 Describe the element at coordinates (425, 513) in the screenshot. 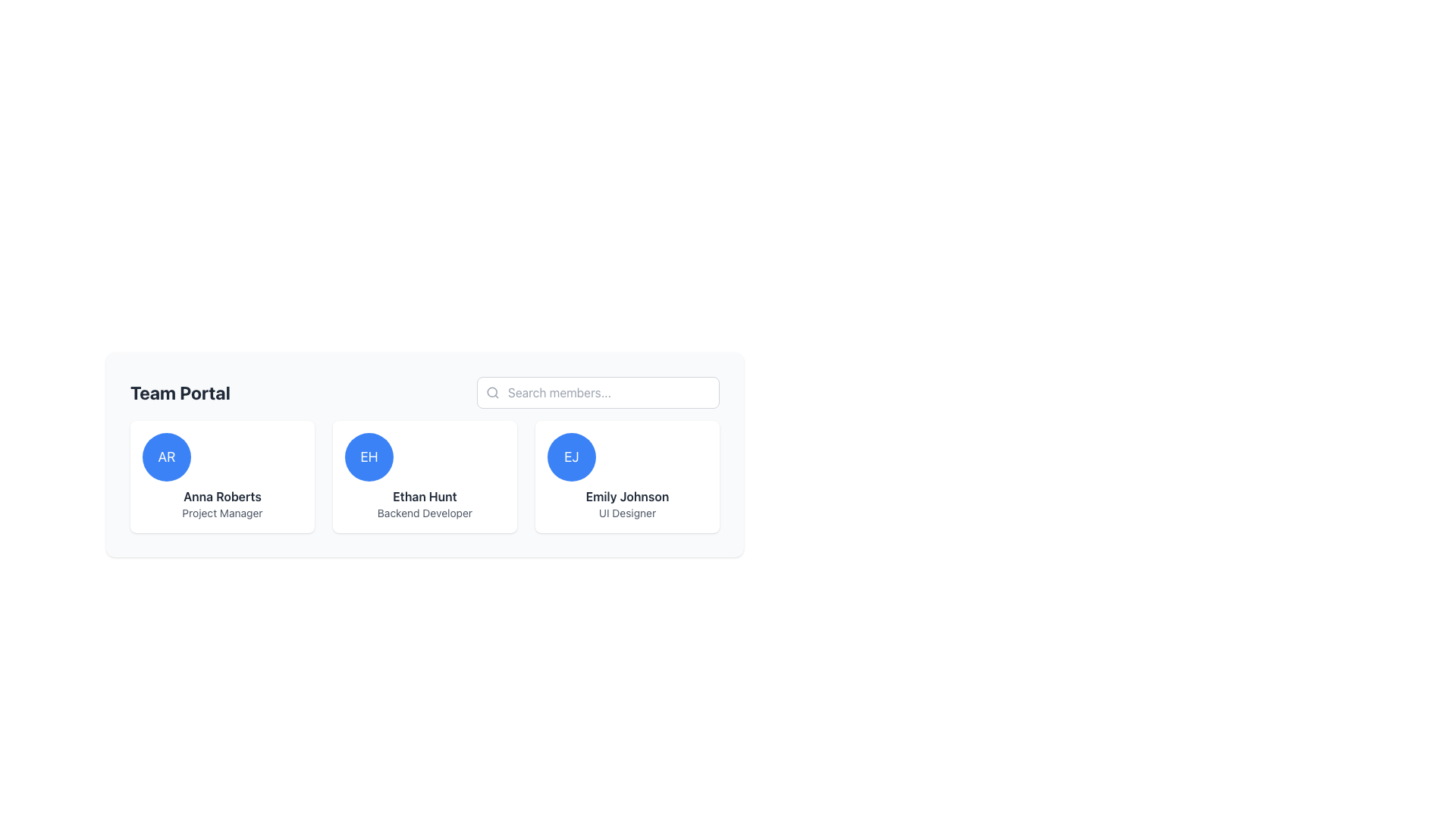

I see `the Text Label that provides descriptive information about the individual identified above it, located underneath the 'Ethan Hunt' headline and to the right of the circular initials 'EH'` at that location.